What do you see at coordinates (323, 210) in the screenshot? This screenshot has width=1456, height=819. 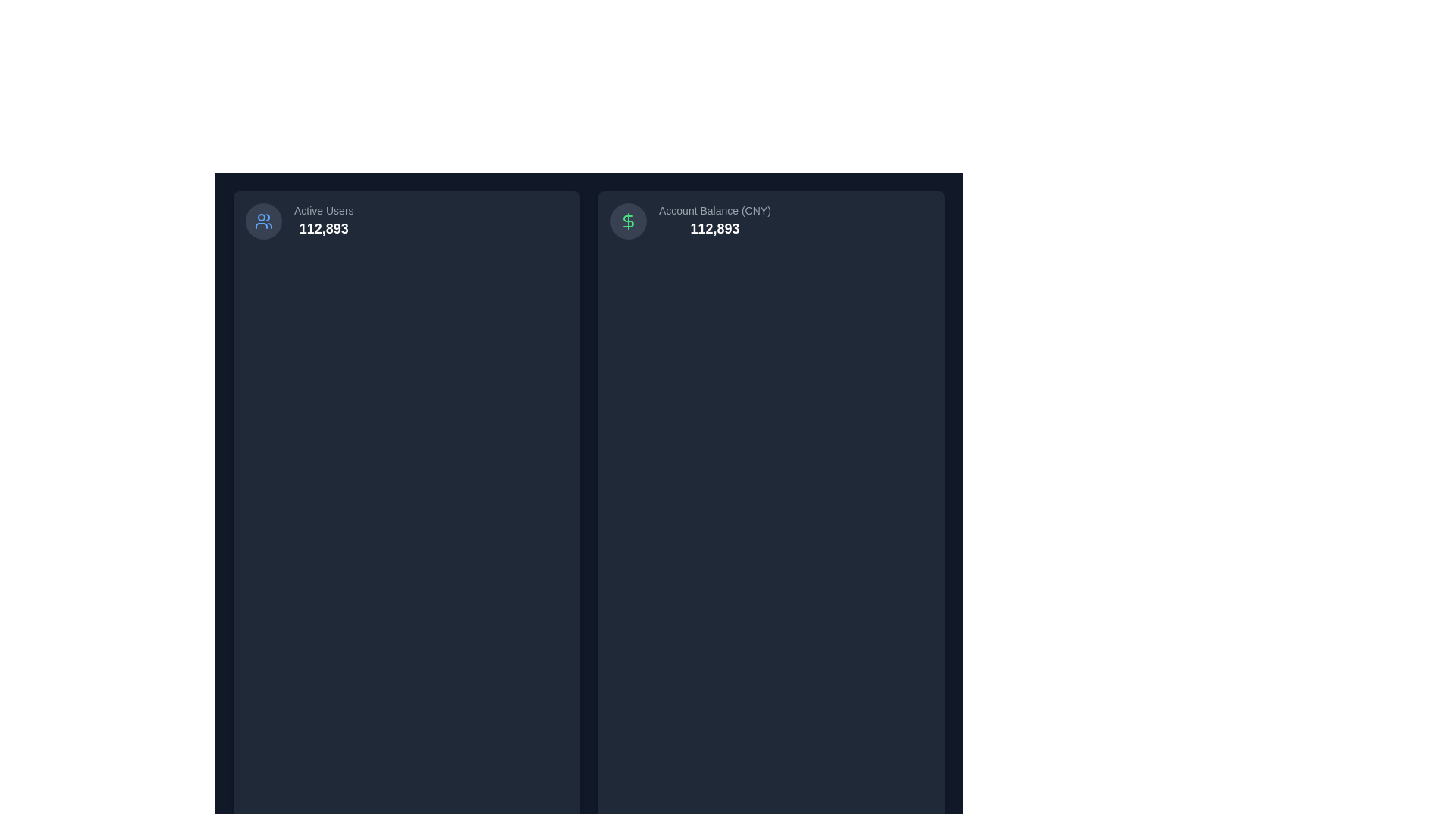 I see `the Text Label indicating the count of active users` at bounding box center [323, 210].